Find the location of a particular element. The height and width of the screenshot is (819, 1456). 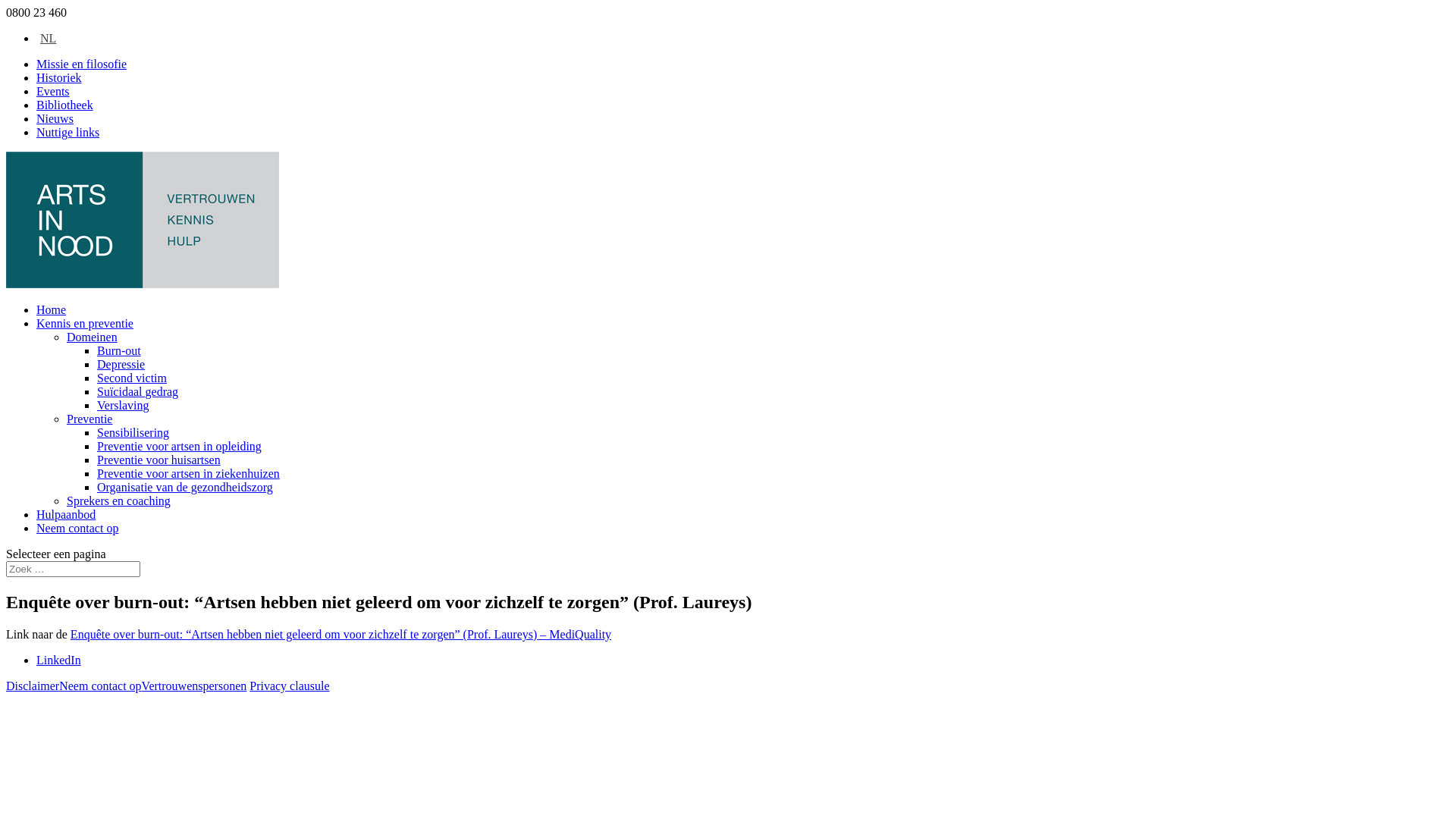

'Verslaving' is located at coordinates (123, 404).